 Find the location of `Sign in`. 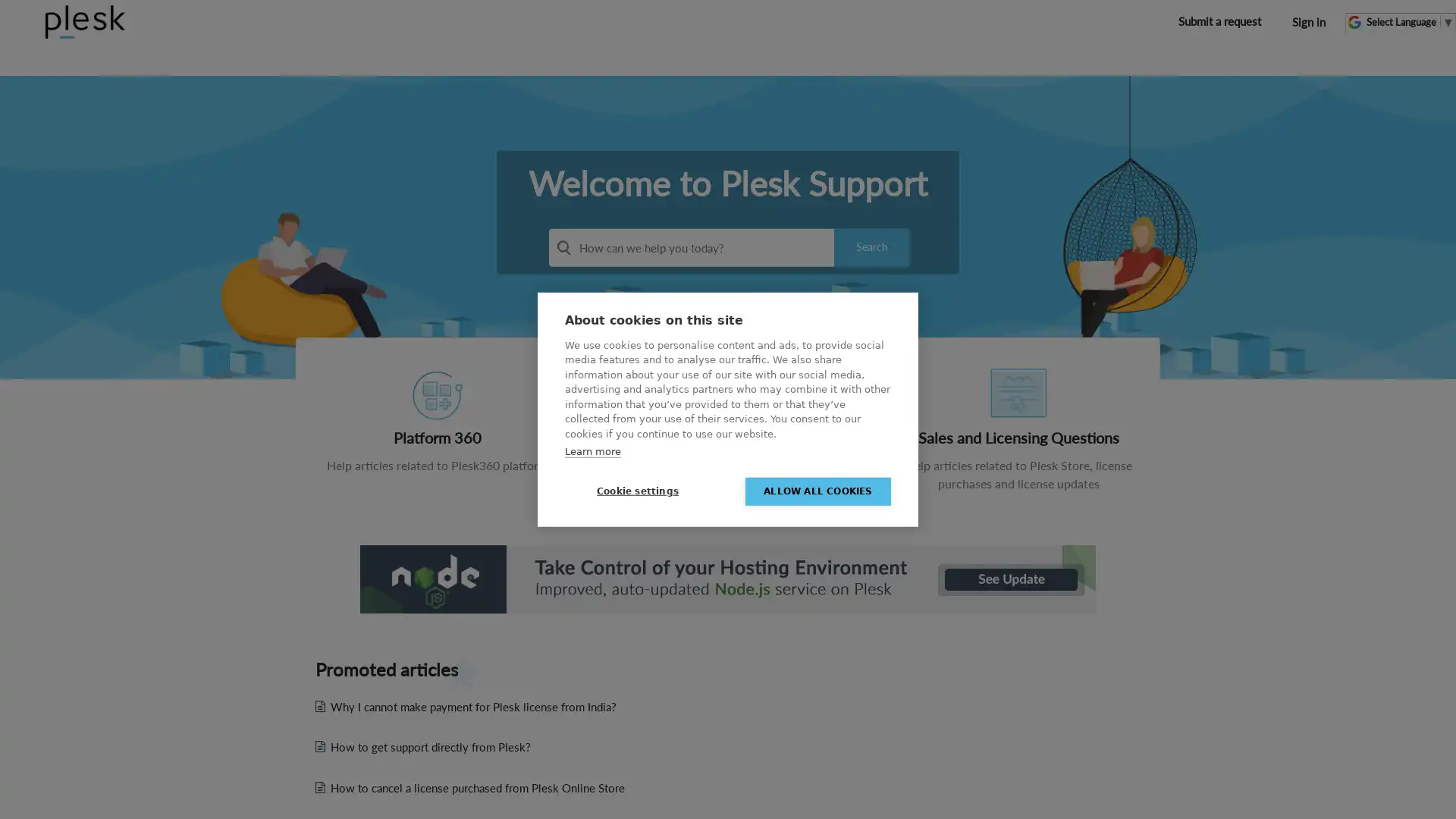

Sign in is located at coordinates (1308, 22).